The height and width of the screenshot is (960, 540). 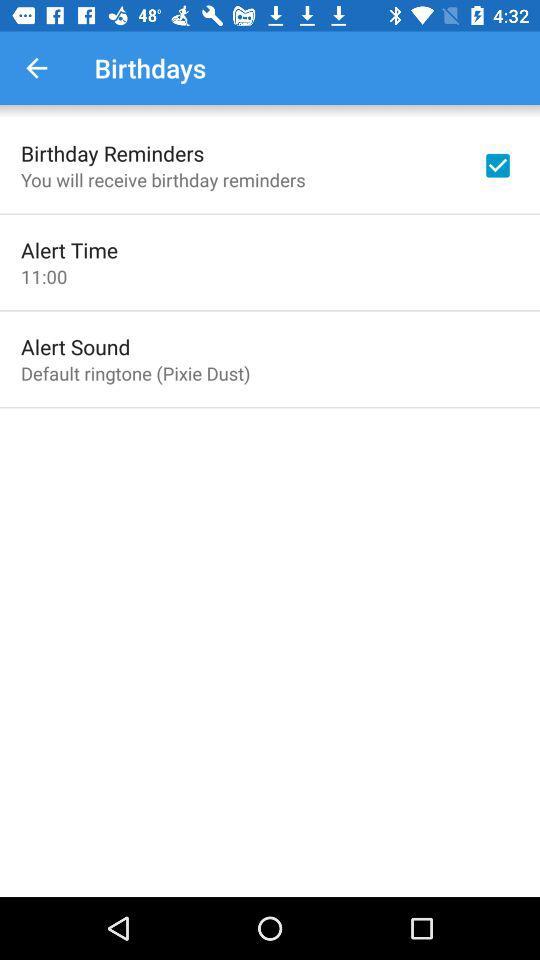 What do you see at coordinates (36, 68) in the screenshot?
I see `item to the left of the birthdays icon` at bounding box center [36, 68].